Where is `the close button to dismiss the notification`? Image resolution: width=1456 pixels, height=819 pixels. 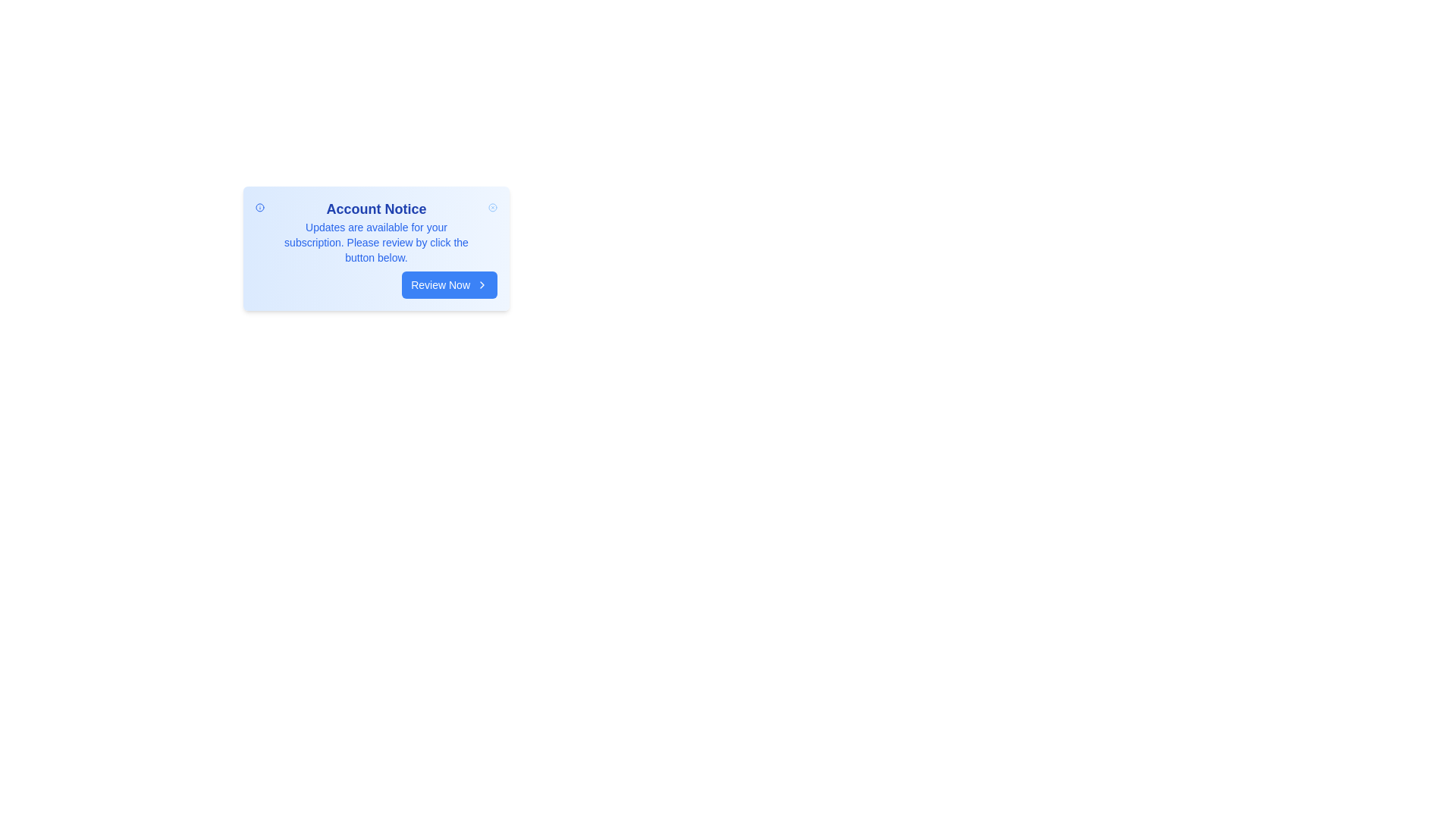 the close button to dismiss the notification is located at coordinates (492, 207).